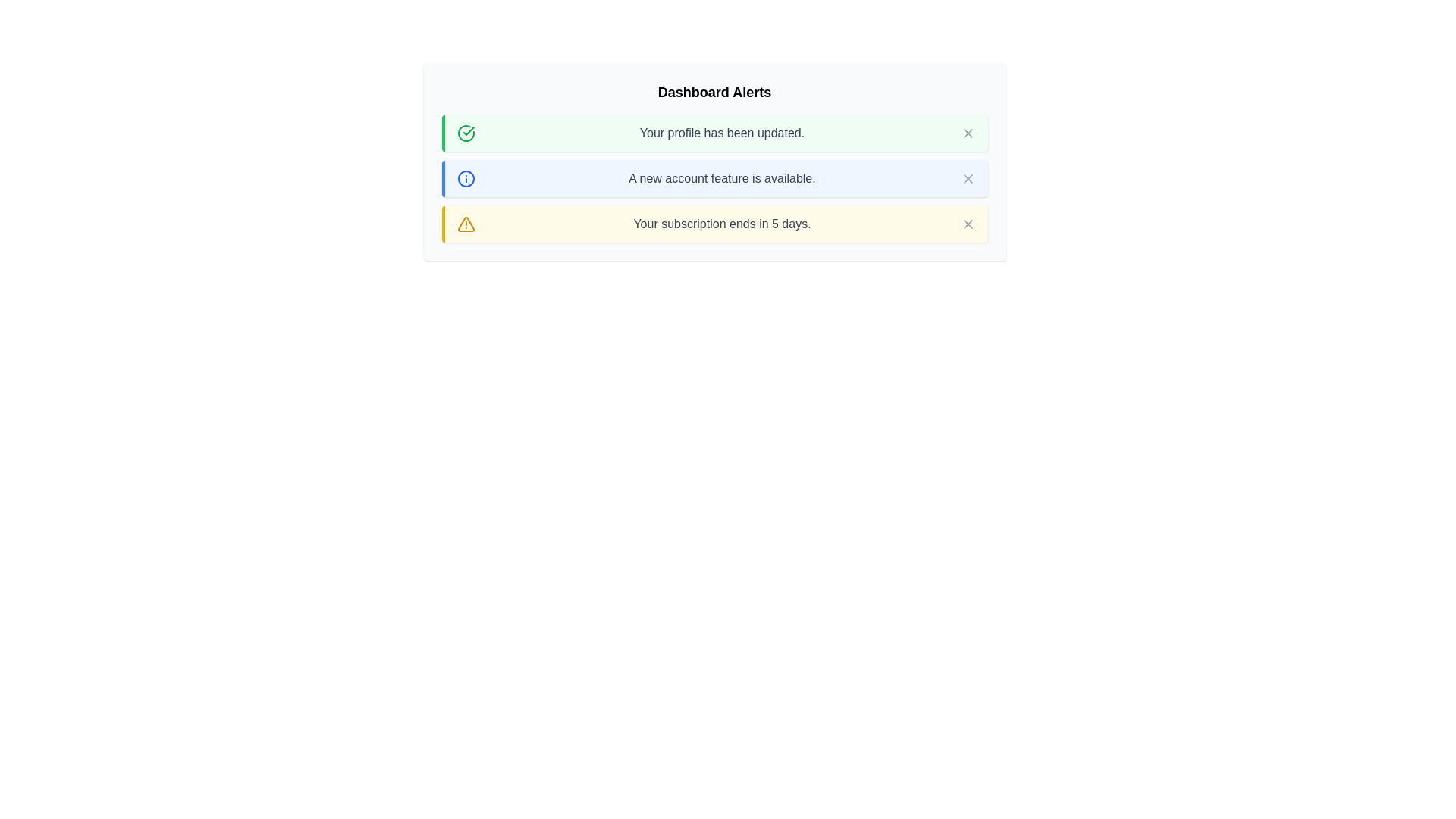  I want to click on the alert icon located to the left of the notification message stating 'Your subscription ends in 5 days.', so click(465, 224).